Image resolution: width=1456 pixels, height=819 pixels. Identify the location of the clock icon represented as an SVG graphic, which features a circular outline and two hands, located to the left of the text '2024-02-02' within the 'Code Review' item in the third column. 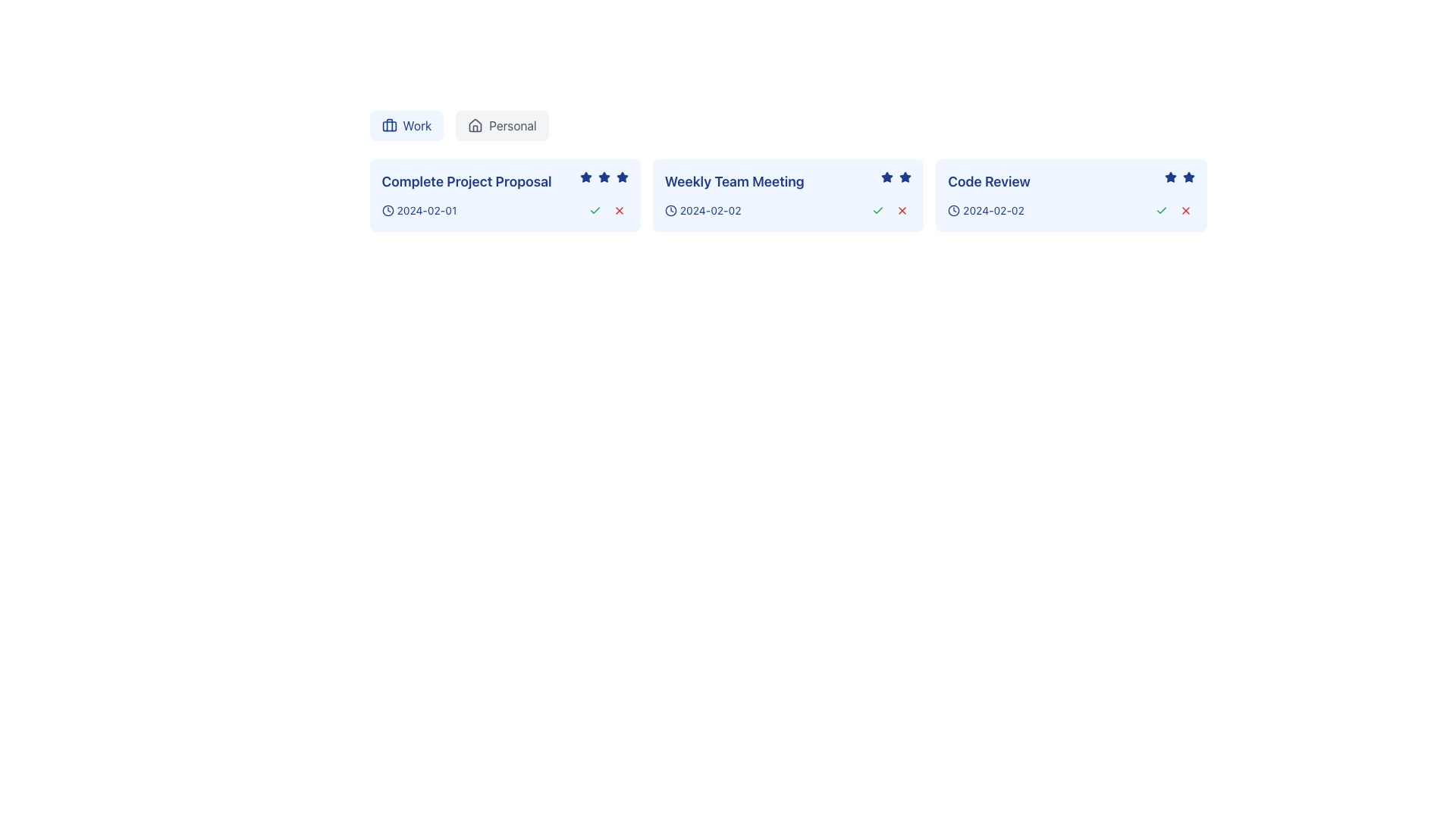
(953, 210).